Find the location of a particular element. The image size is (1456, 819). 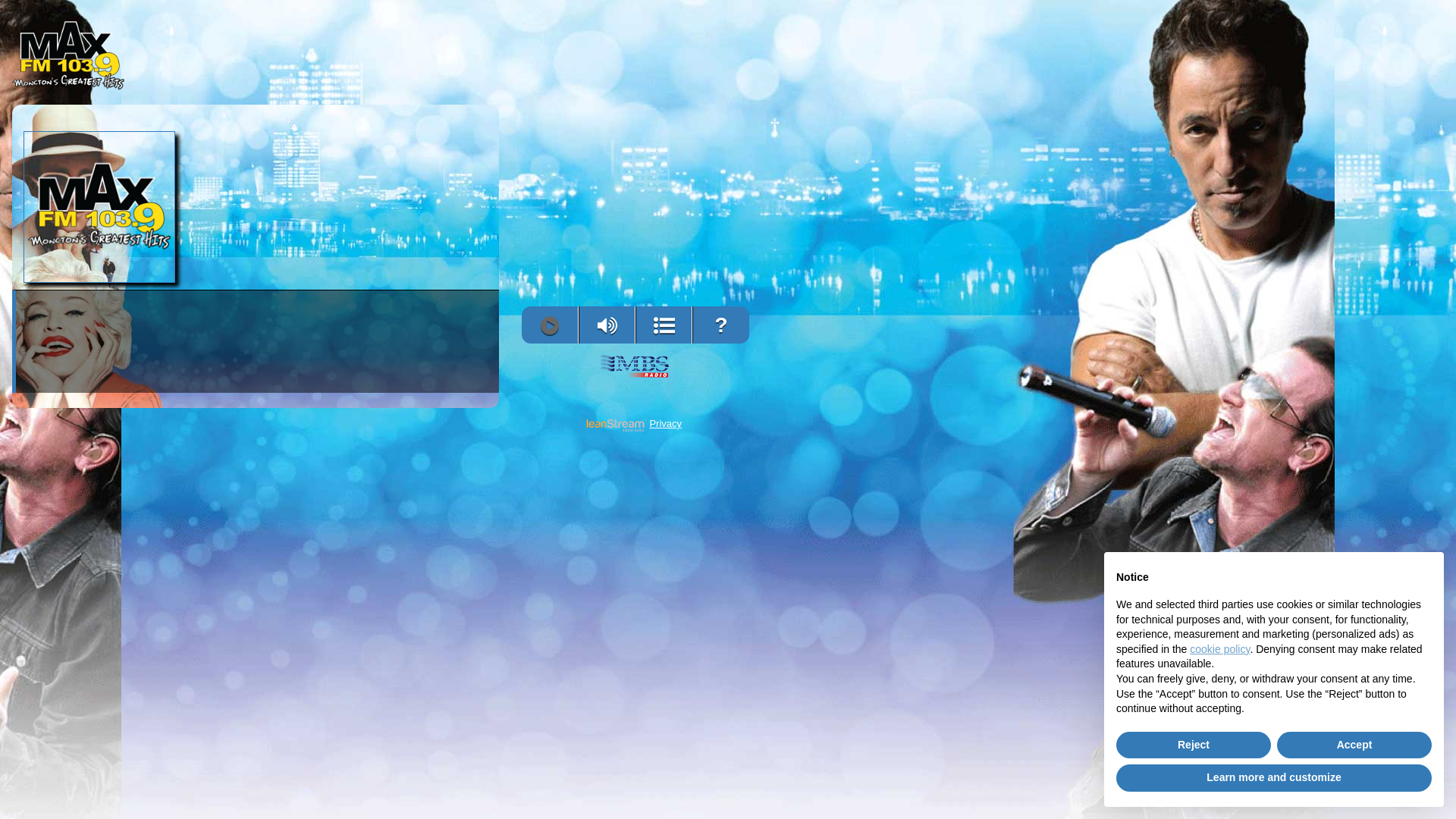

'Learn more and customize' is located at coordinates (1274, 778).